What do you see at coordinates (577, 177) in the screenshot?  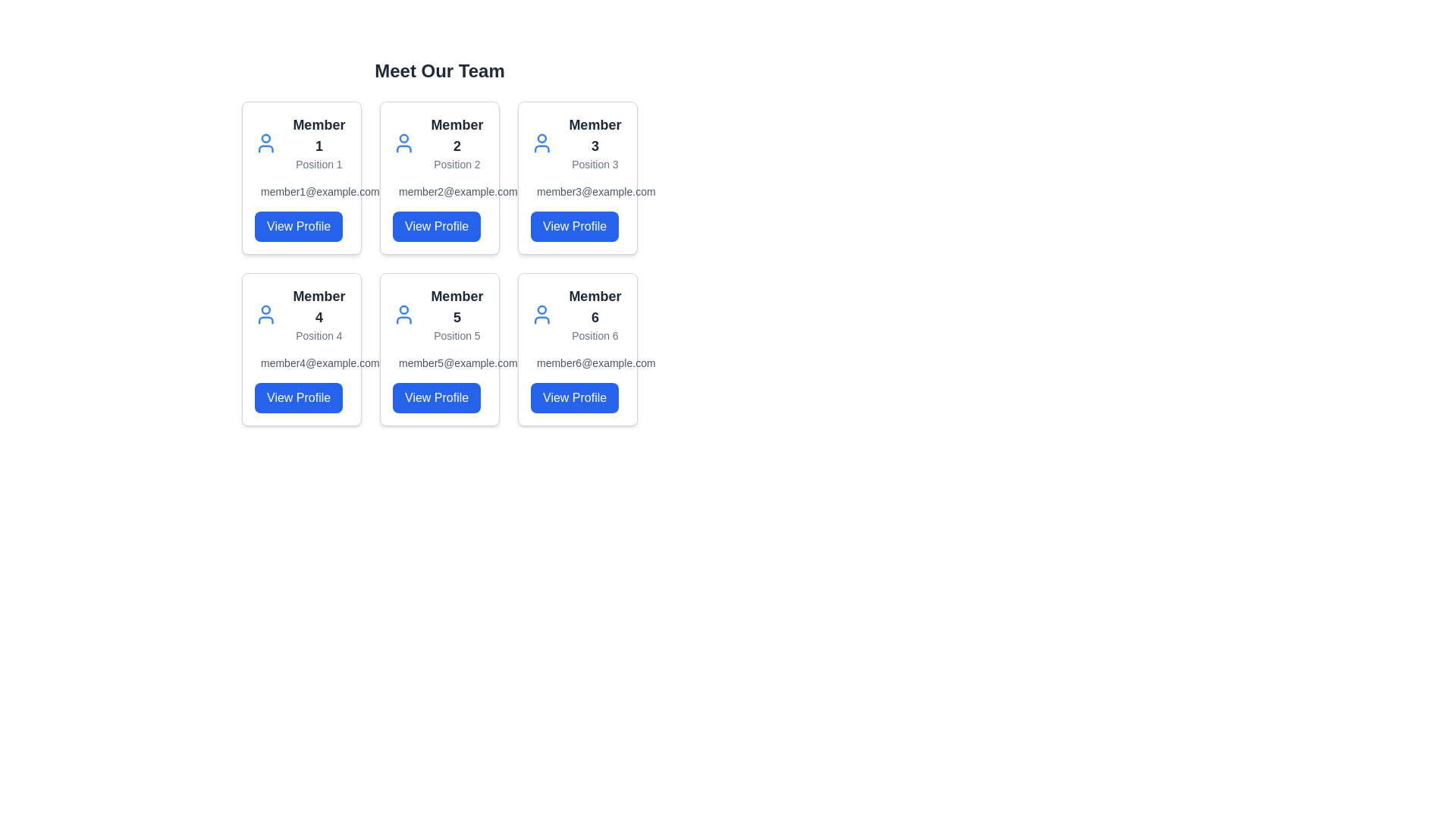 I see `the team member profile card located in the first row and third column of the grid layout` at bounding box center [577, 177].